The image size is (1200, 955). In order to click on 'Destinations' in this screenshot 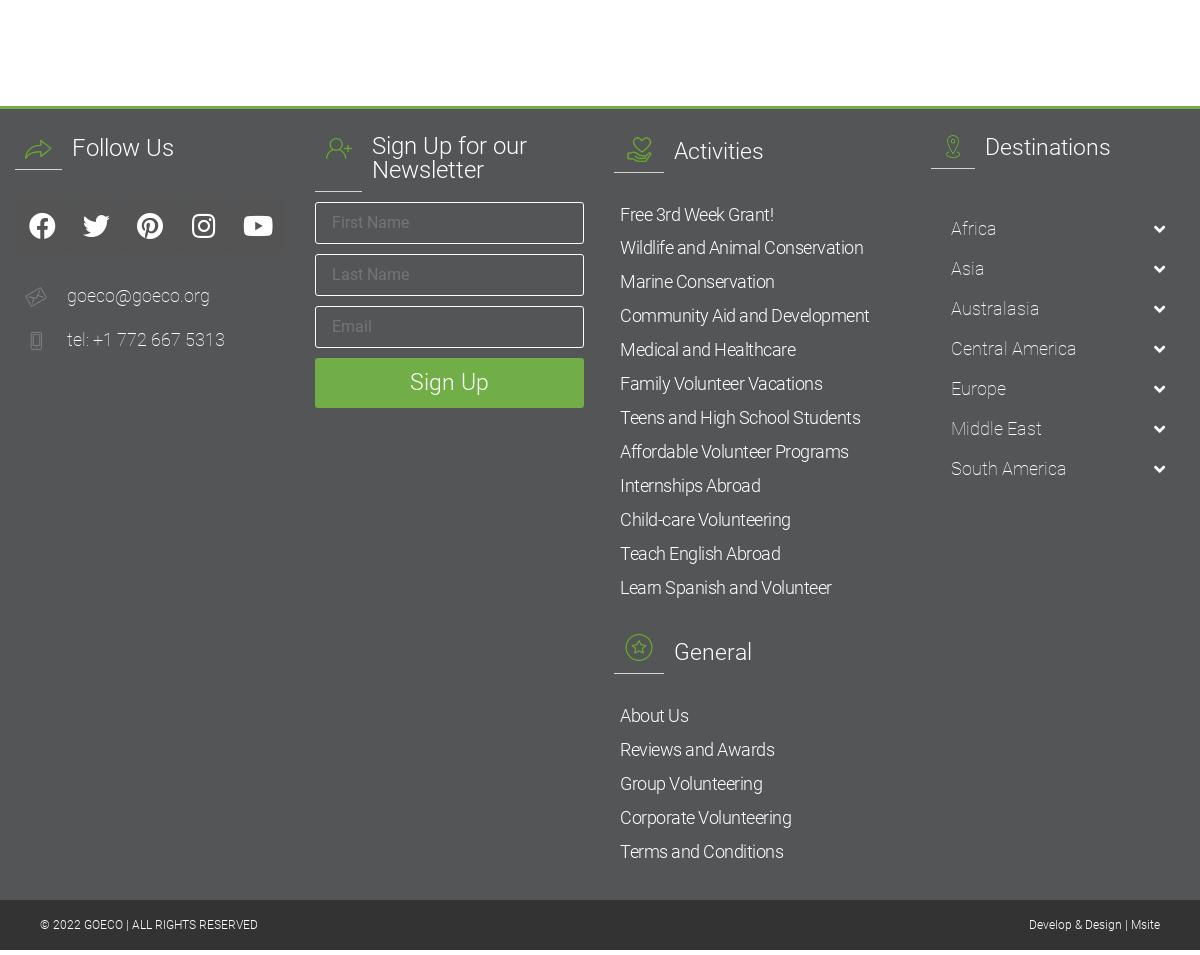, I will do `click(1047, 145)`.